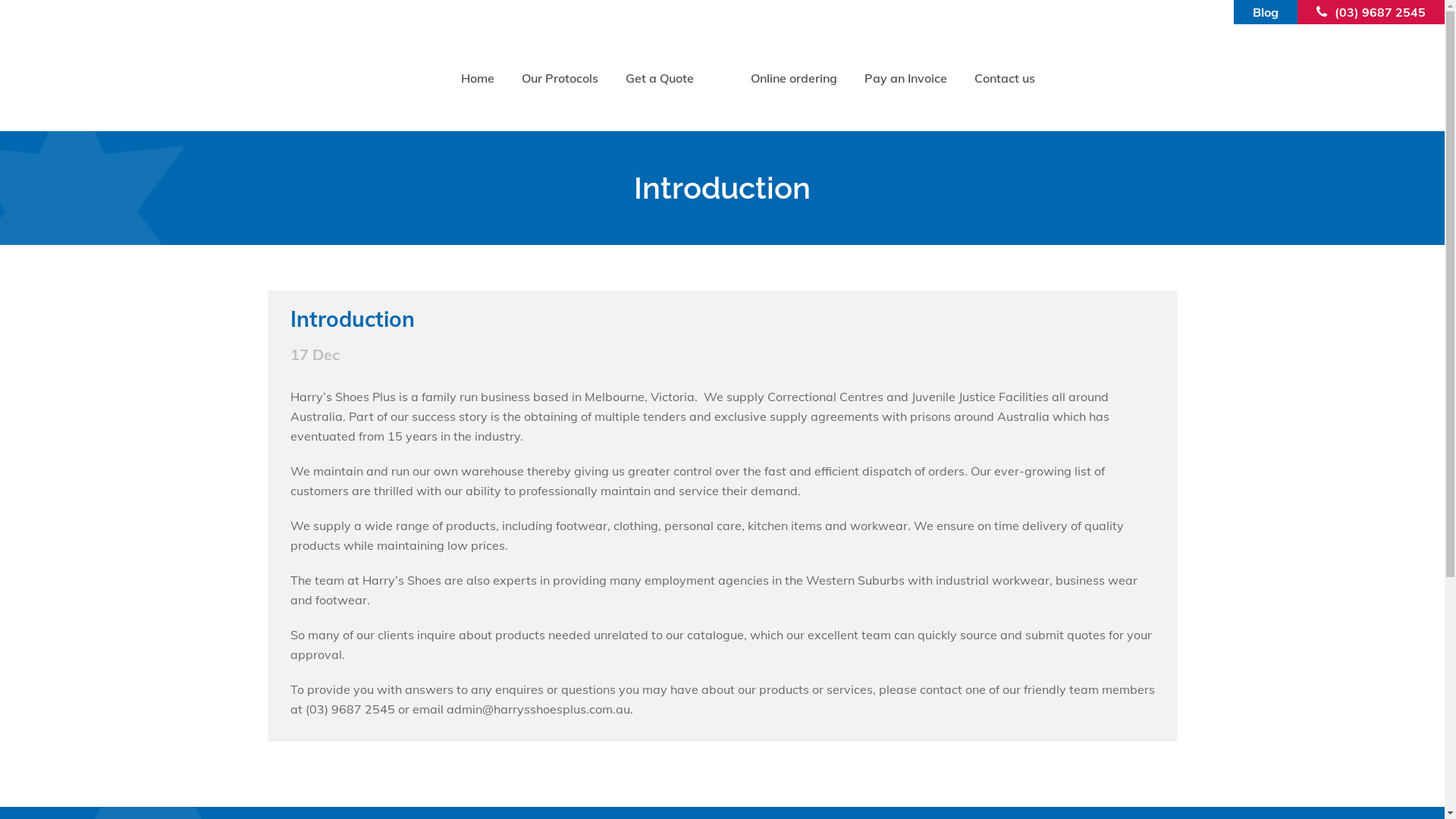  Describe the element at coordinates (736, 78) in the screenshot. I see `'Online ordering'` at that location.